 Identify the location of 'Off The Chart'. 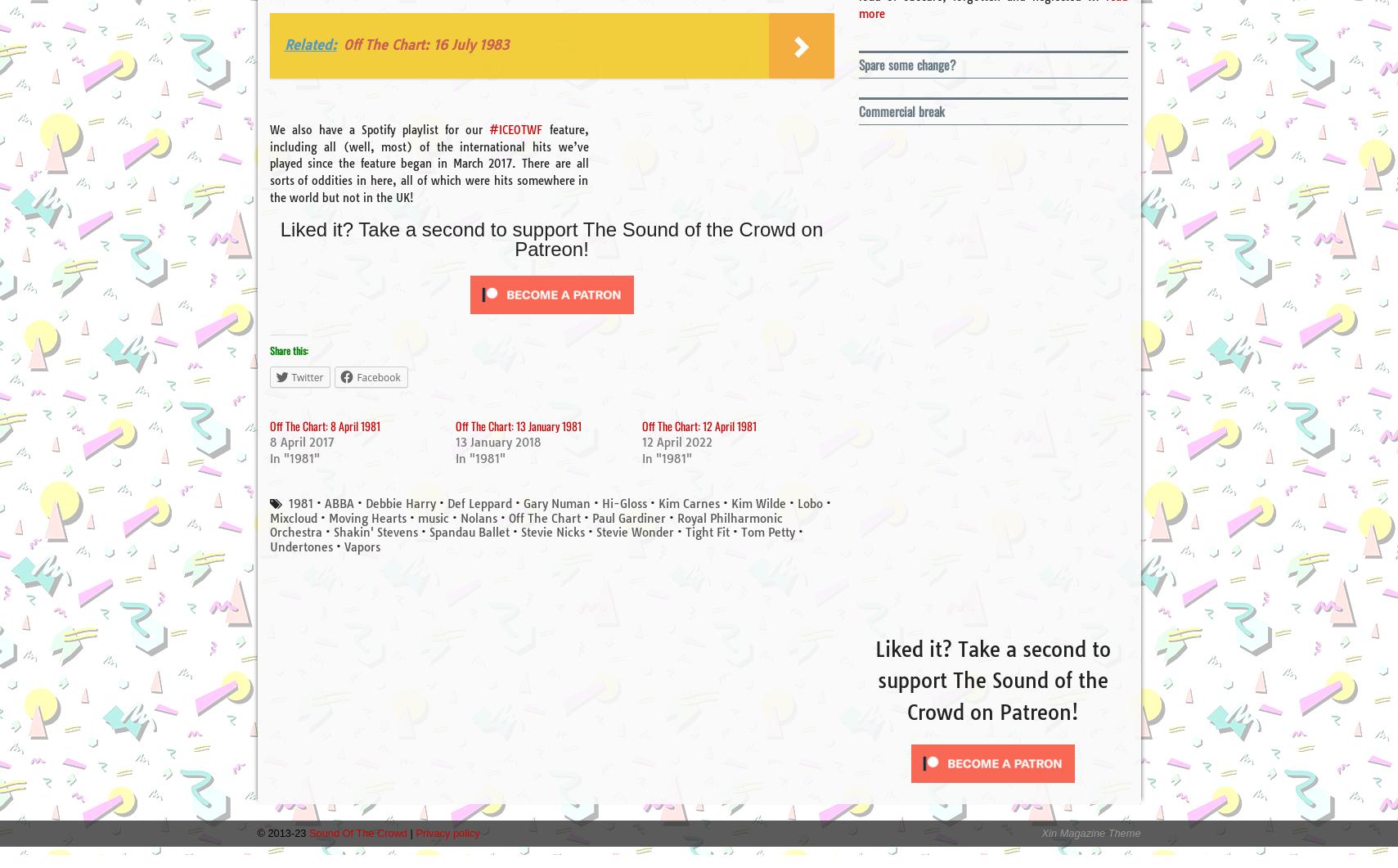
(542, 516).